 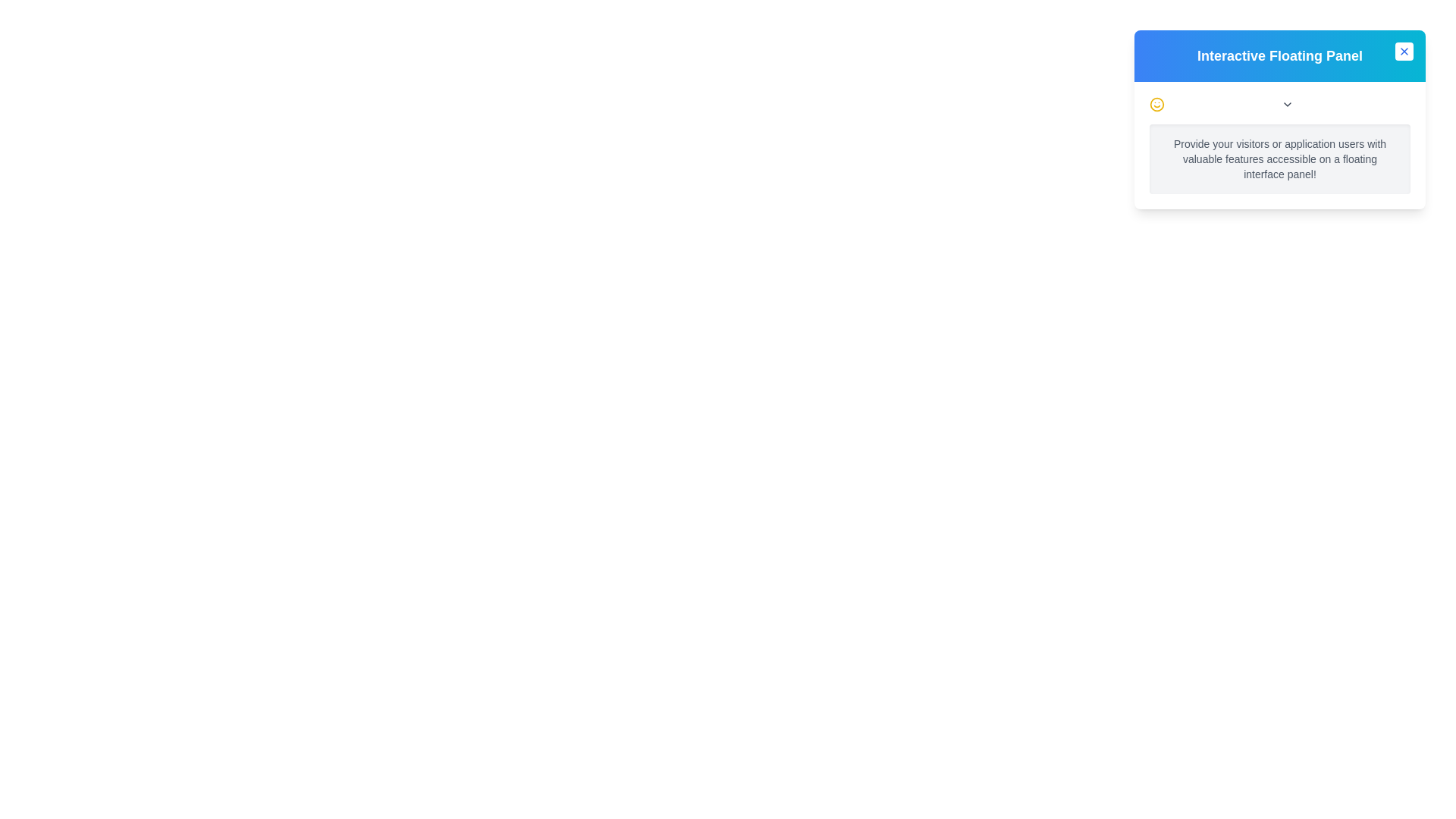 What do you see at coordinates (1279, 158) in the screenshot?
I see `the text box with a gray background and rounded corners that contains the message about providing valuable features on a floating interface panel` at bounding box center [1279, 158].